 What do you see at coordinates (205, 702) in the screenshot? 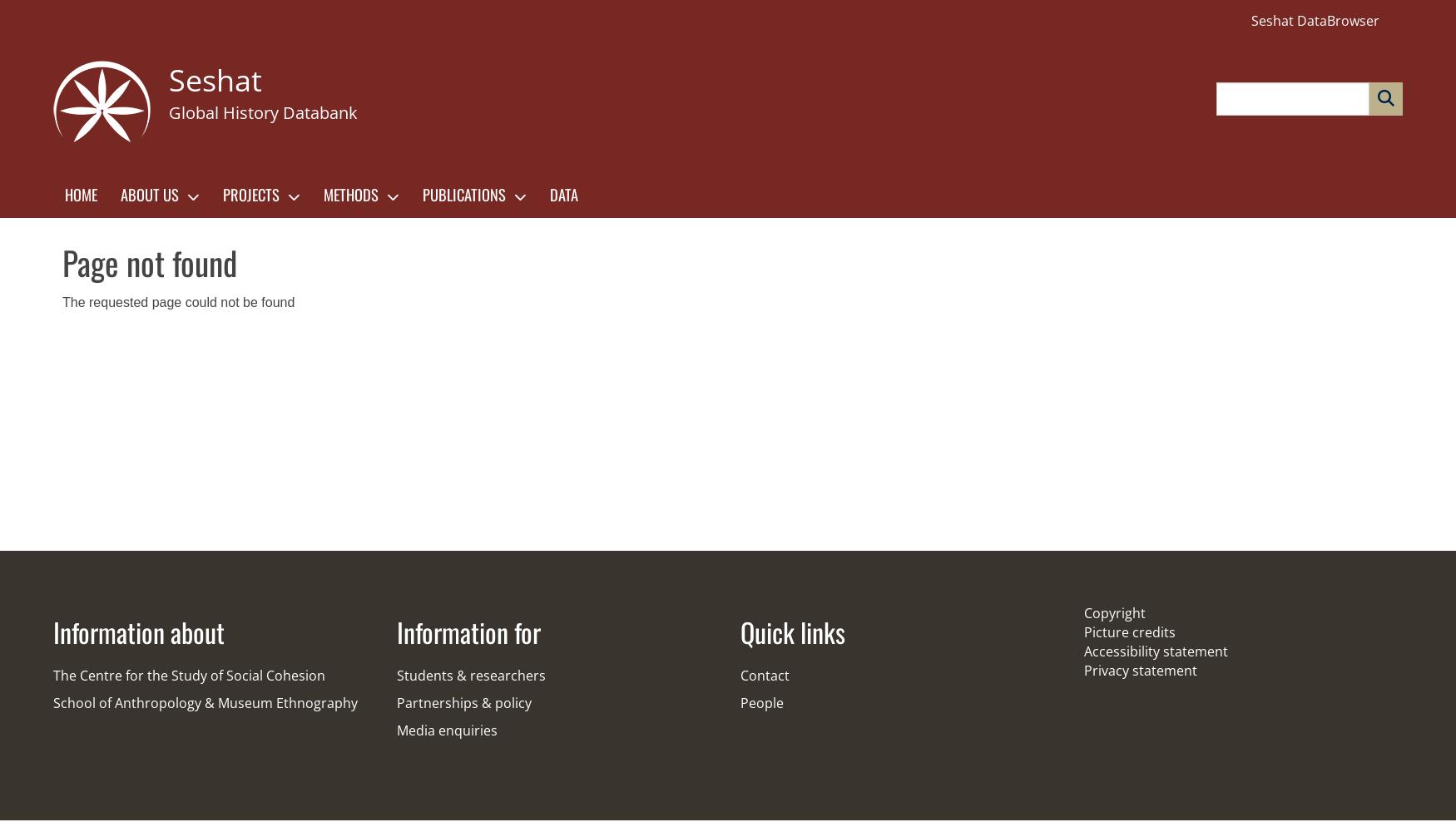
I see `'School of Anthropology & Museum Ethnography'` at bounding box center [205, 702].